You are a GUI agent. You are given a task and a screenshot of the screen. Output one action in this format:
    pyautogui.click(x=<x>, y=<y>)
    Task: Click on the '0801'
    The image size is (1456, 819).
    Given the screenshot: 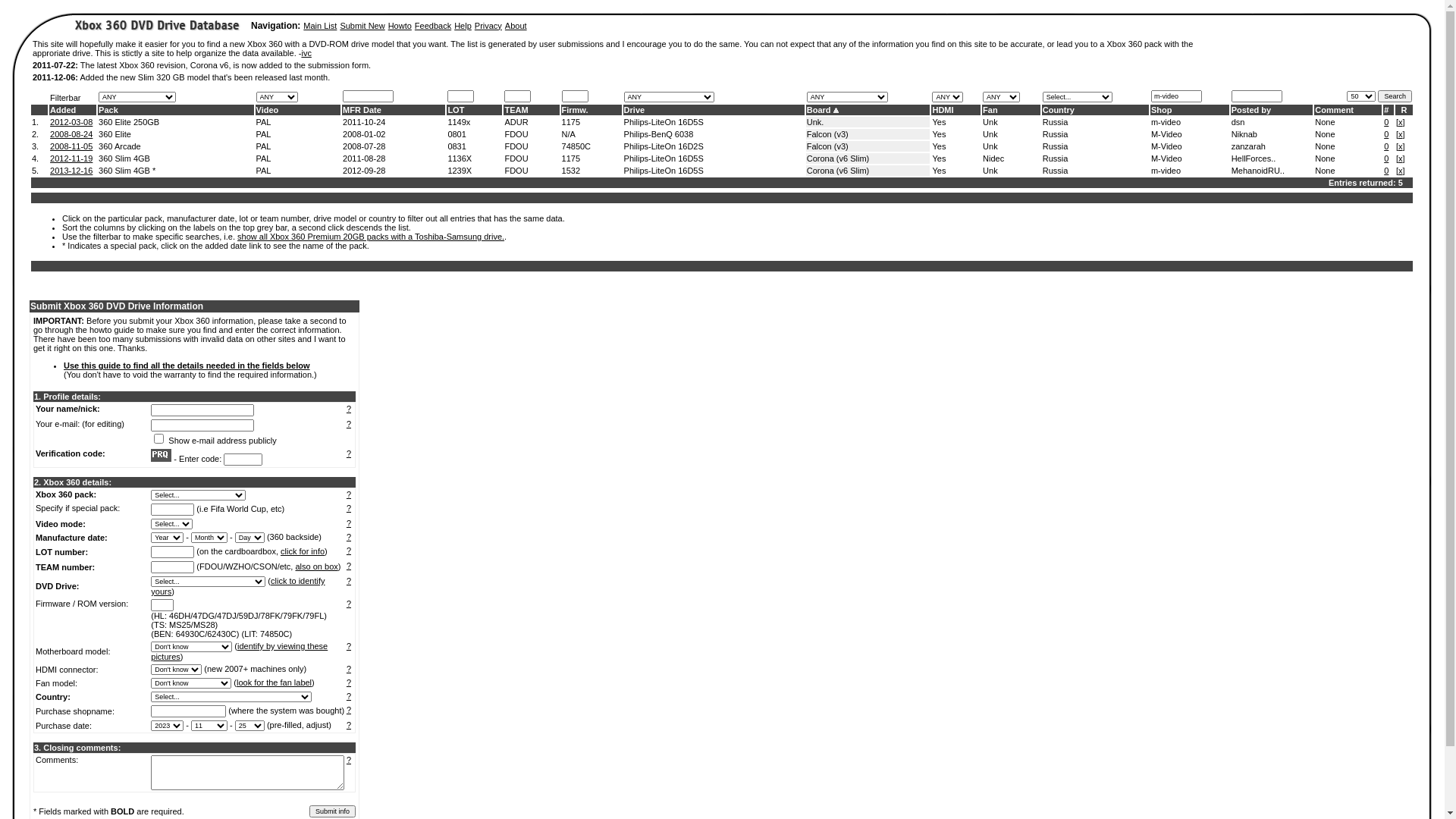 What is the action you would take?
    pyautogui.click(x=455, y=133)
    